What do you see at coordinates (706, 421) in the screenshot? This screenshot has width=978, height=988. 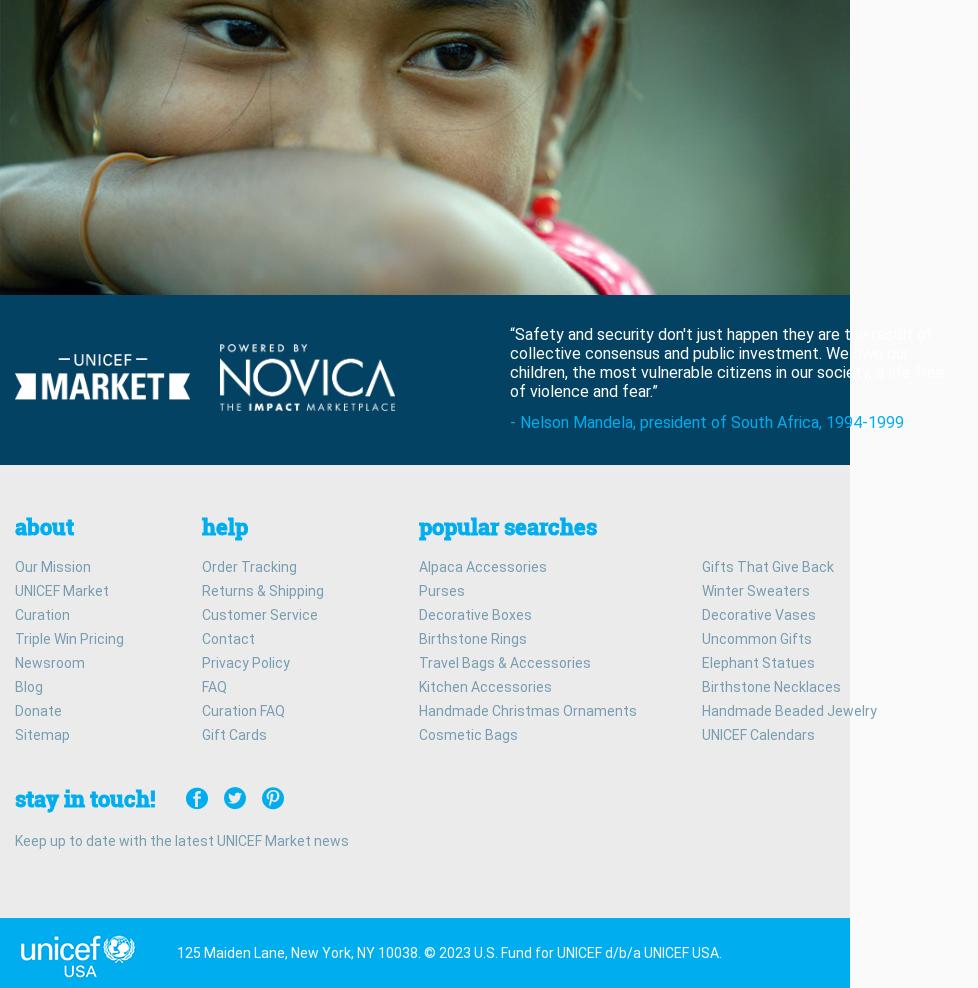 I see `'- Nelson Mandela, president of South Africa, 1994-1999'` at bounding box center [706, 421].